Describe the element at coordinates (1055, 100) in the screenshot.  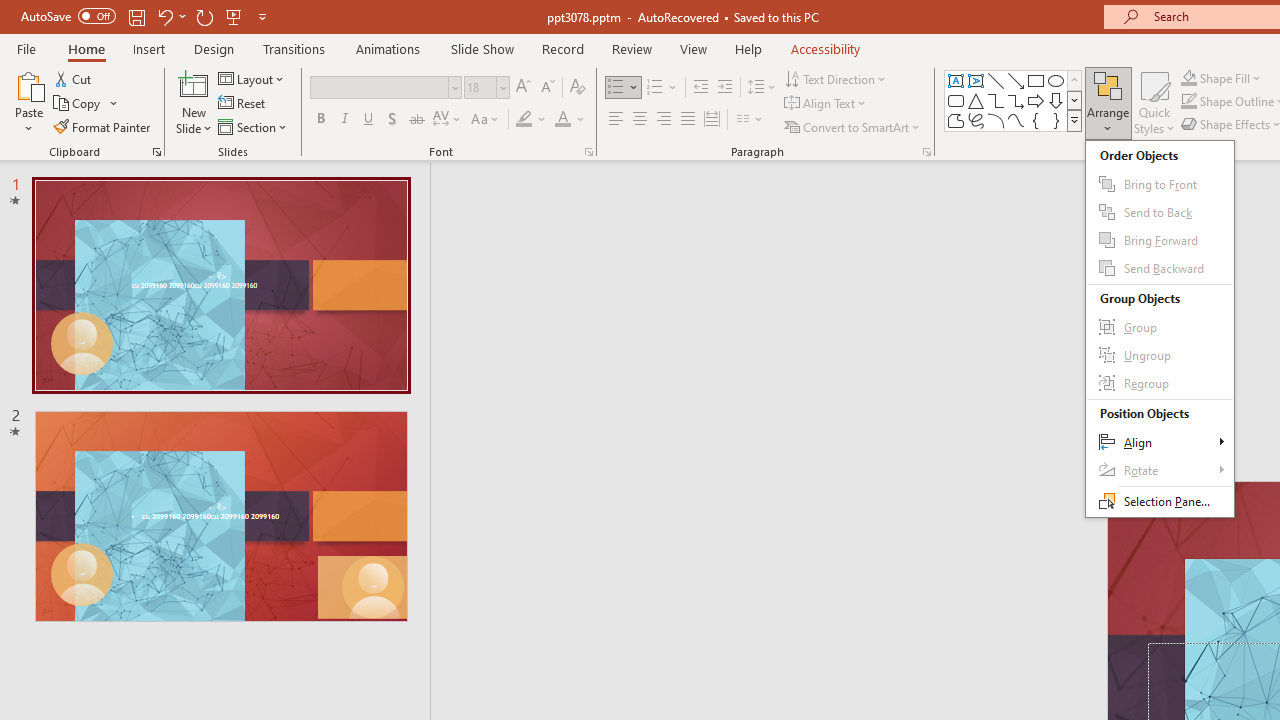
I see `'Arrow: Down'` at that location.